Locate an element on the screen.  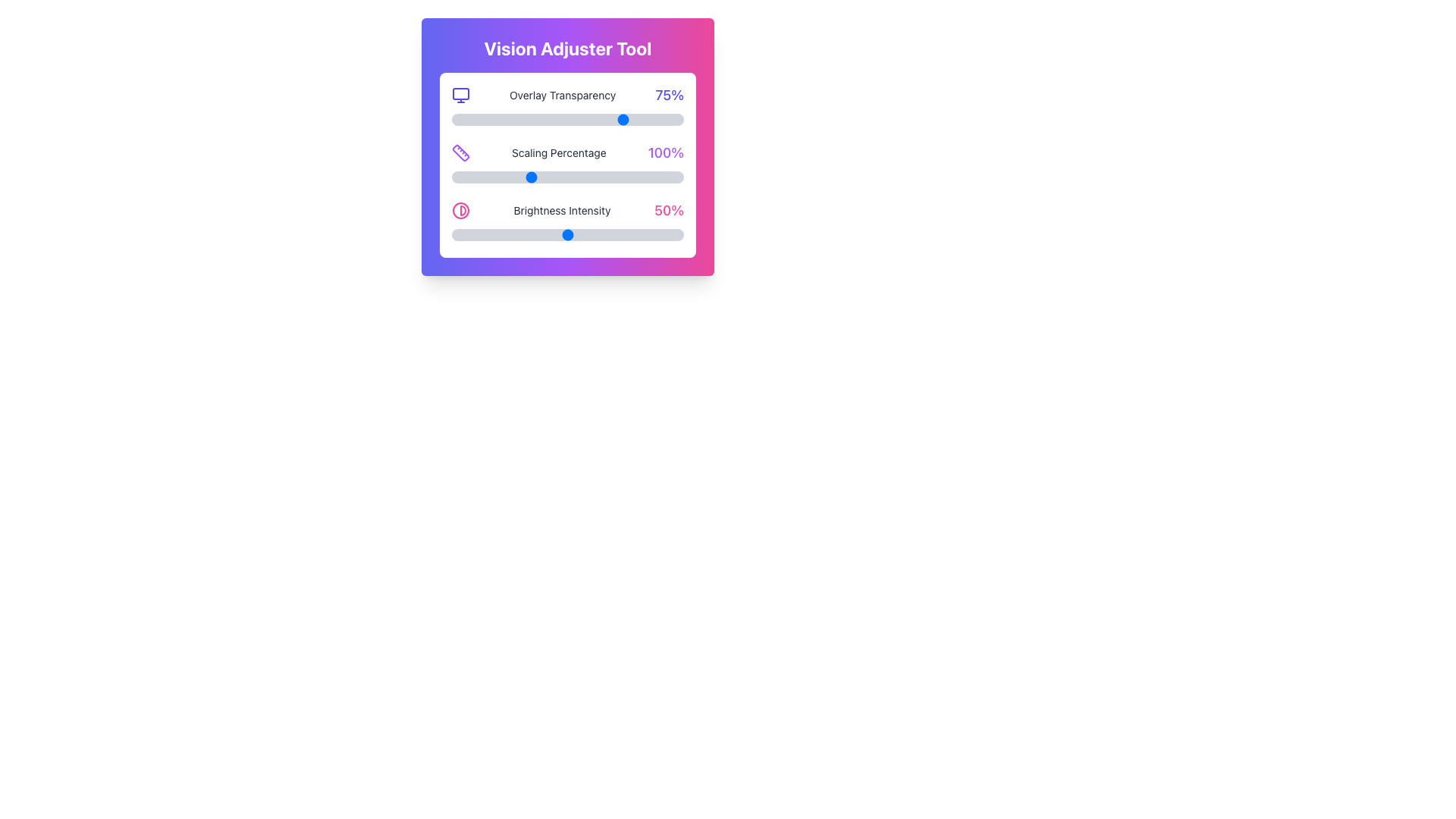
the Overlay Transparency slider is located at coordinates (630, 119).